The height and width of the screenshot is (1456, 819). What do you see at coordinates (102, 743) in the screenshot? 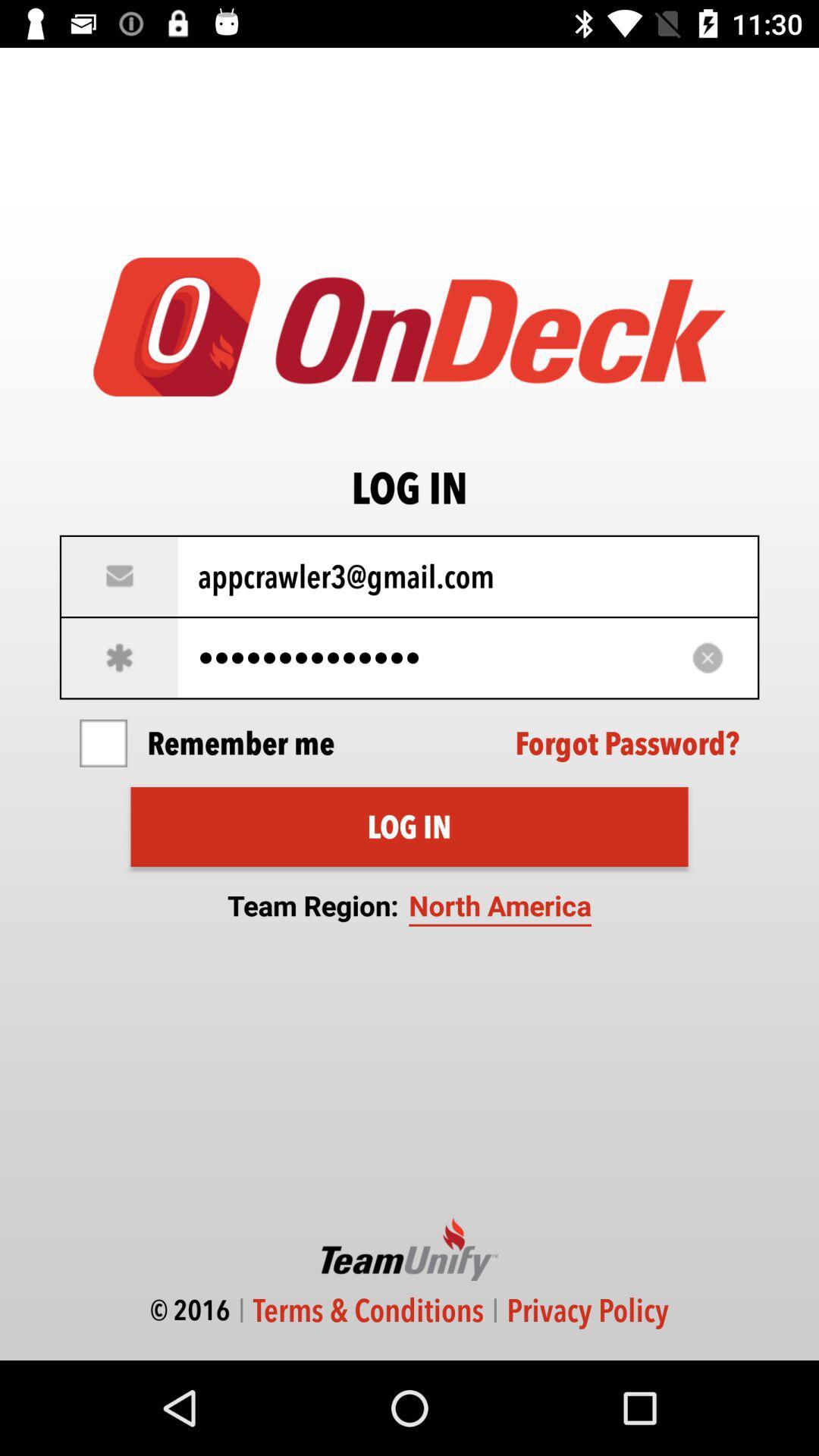
I see `remember me option` at bounding box center [102, 743].